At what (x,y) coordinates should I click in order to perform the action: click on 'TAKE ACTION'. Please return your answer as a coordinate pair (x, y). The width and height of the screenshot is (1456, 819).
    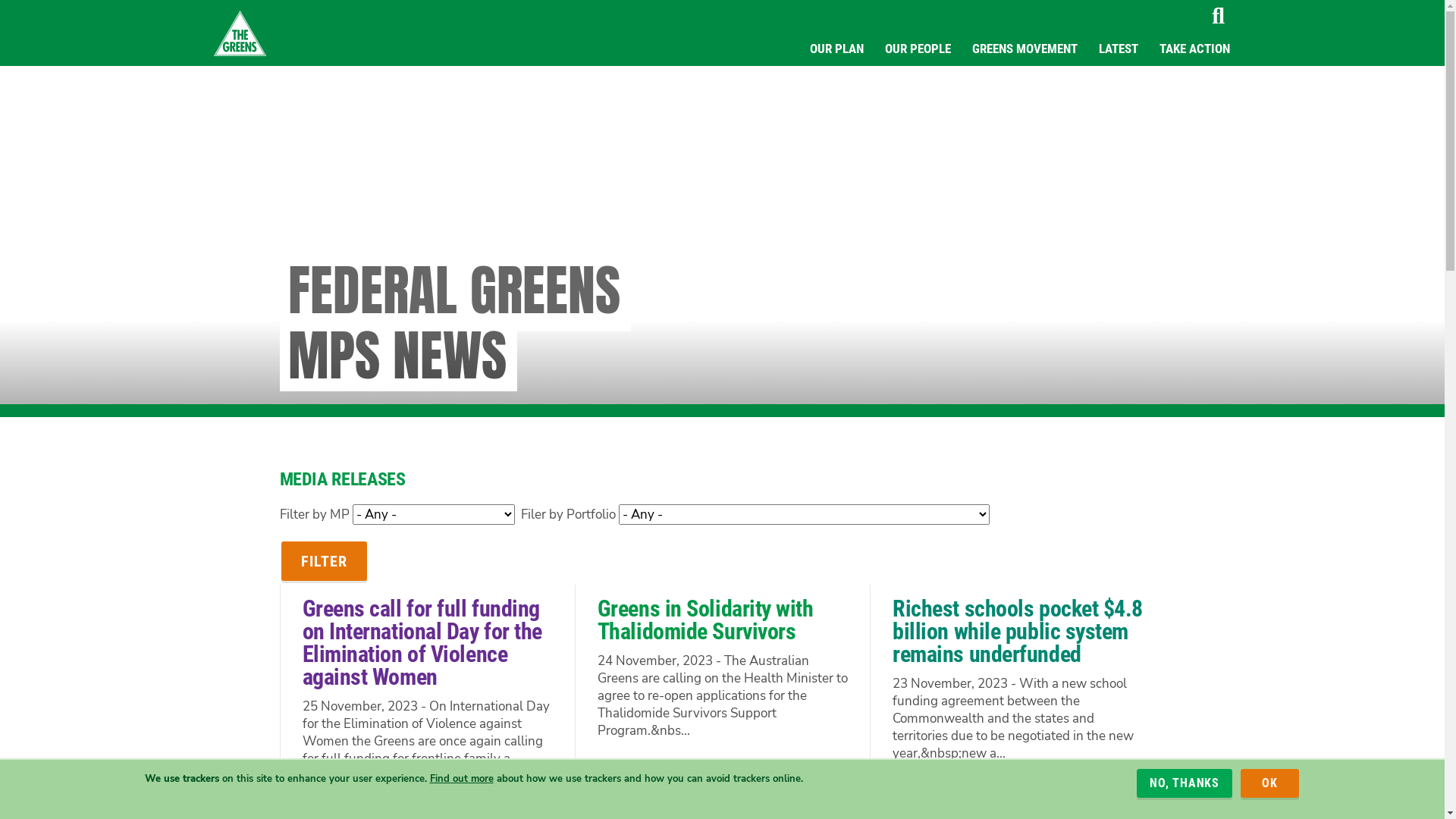
    Looking at the image, I should click on (1193, 48).